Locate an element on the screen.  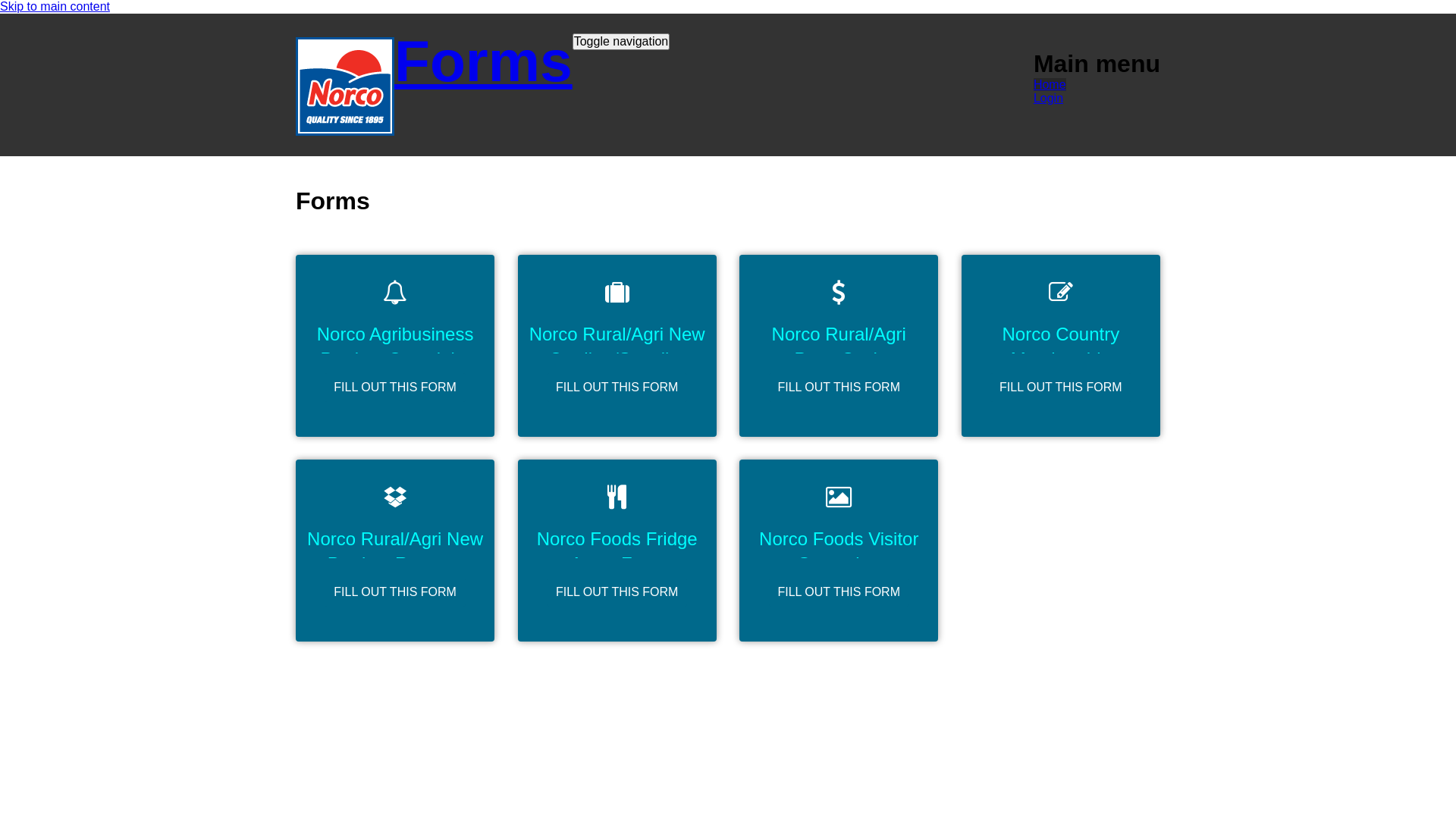
'Login' is located at coordinates (1047, 98).